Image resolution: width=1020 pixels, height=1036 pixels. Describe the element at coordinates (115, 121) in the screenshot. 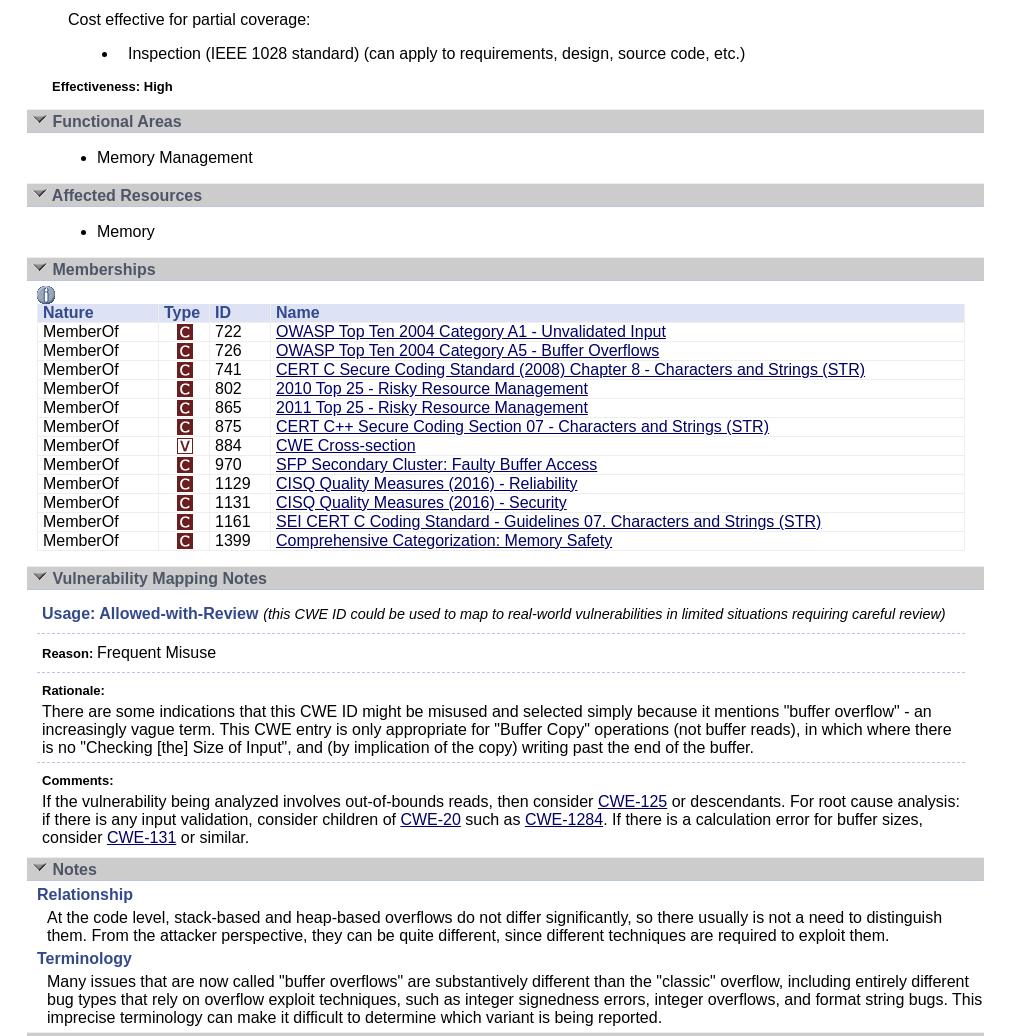

I see `'Functional Areas'` at that location.